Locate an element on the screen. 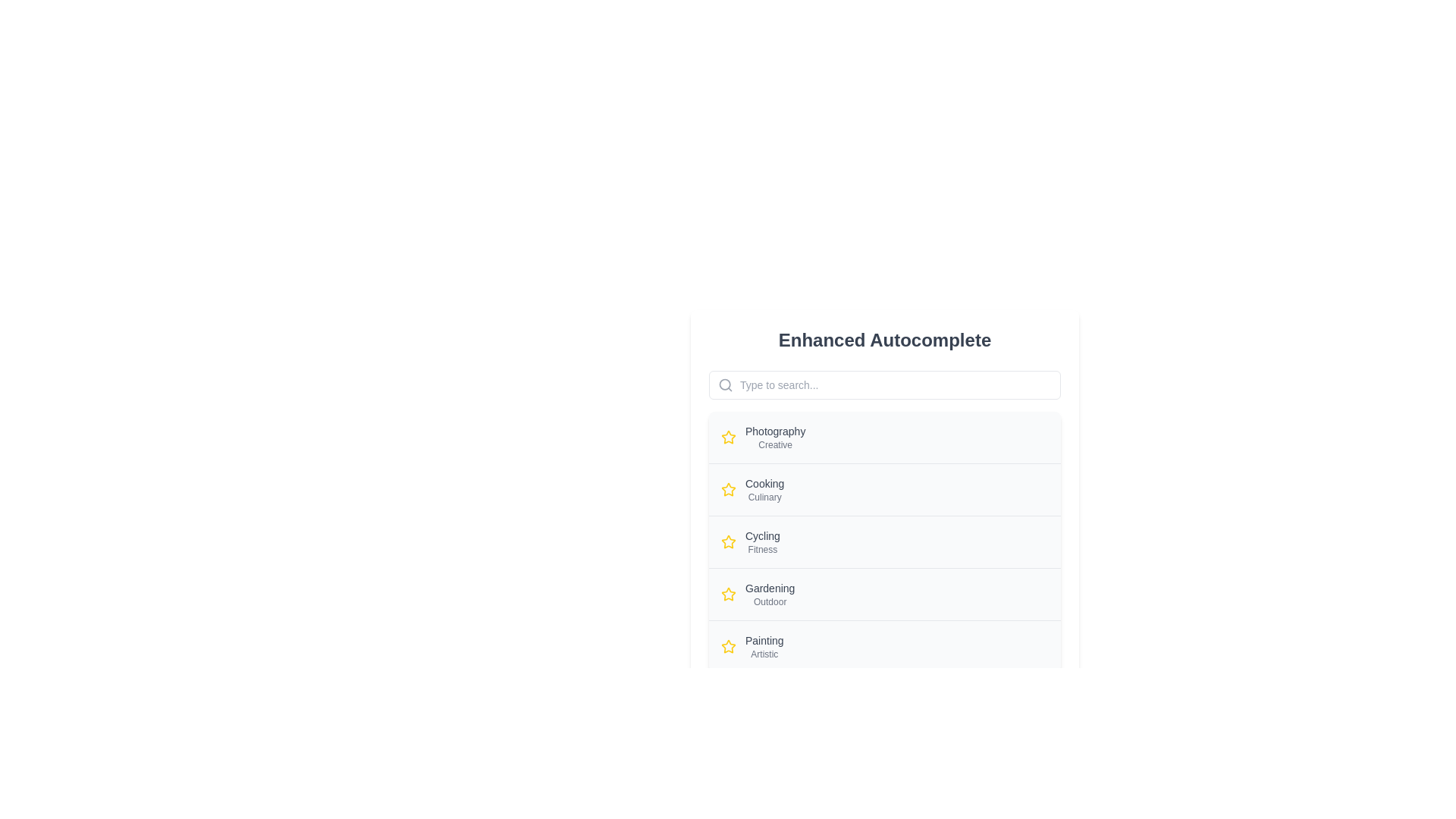  the search icon located at the top-left corner of the search input field, which signifies the search functionality adjacent to the placeholder text 'Type to search...' is located at coordinates (724, 384).